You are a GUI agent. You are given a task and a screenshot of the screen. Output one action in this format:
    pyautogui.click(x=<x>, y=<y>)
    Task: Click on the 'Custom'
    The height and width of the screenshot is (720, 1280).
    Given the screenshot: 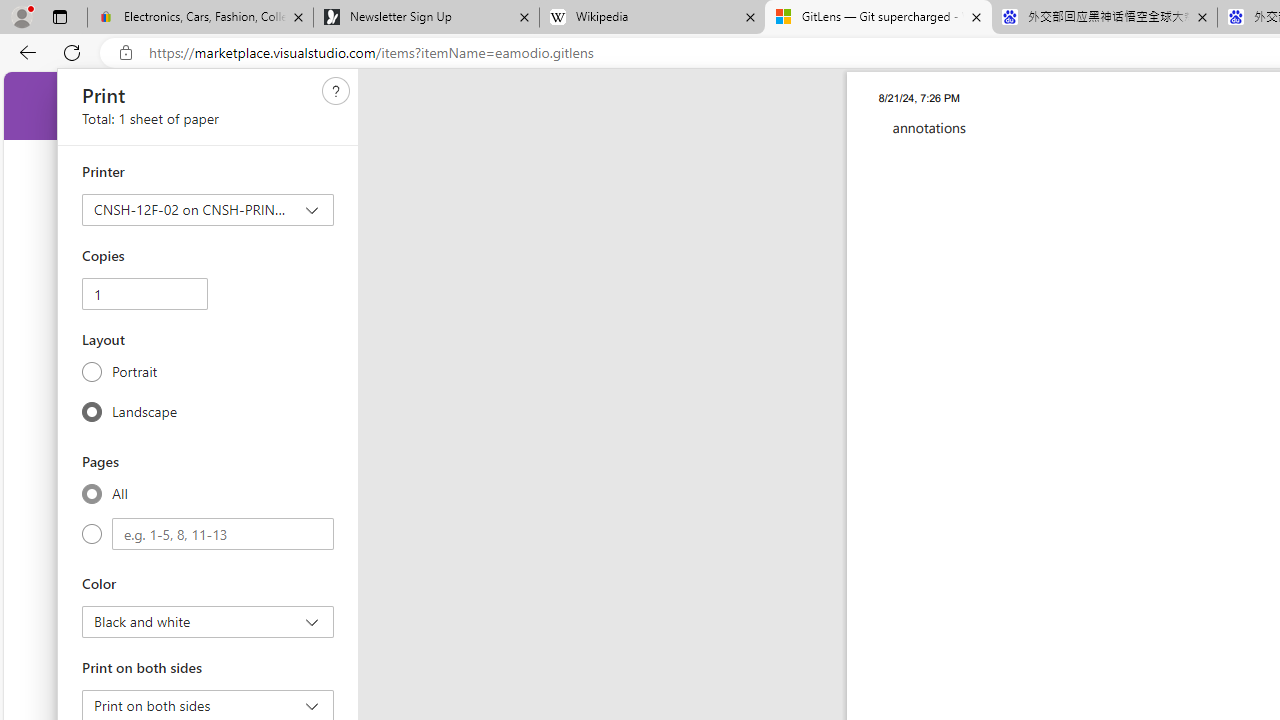 What is the action you would take?
    pyautogui.click(x=91, y=533)
    